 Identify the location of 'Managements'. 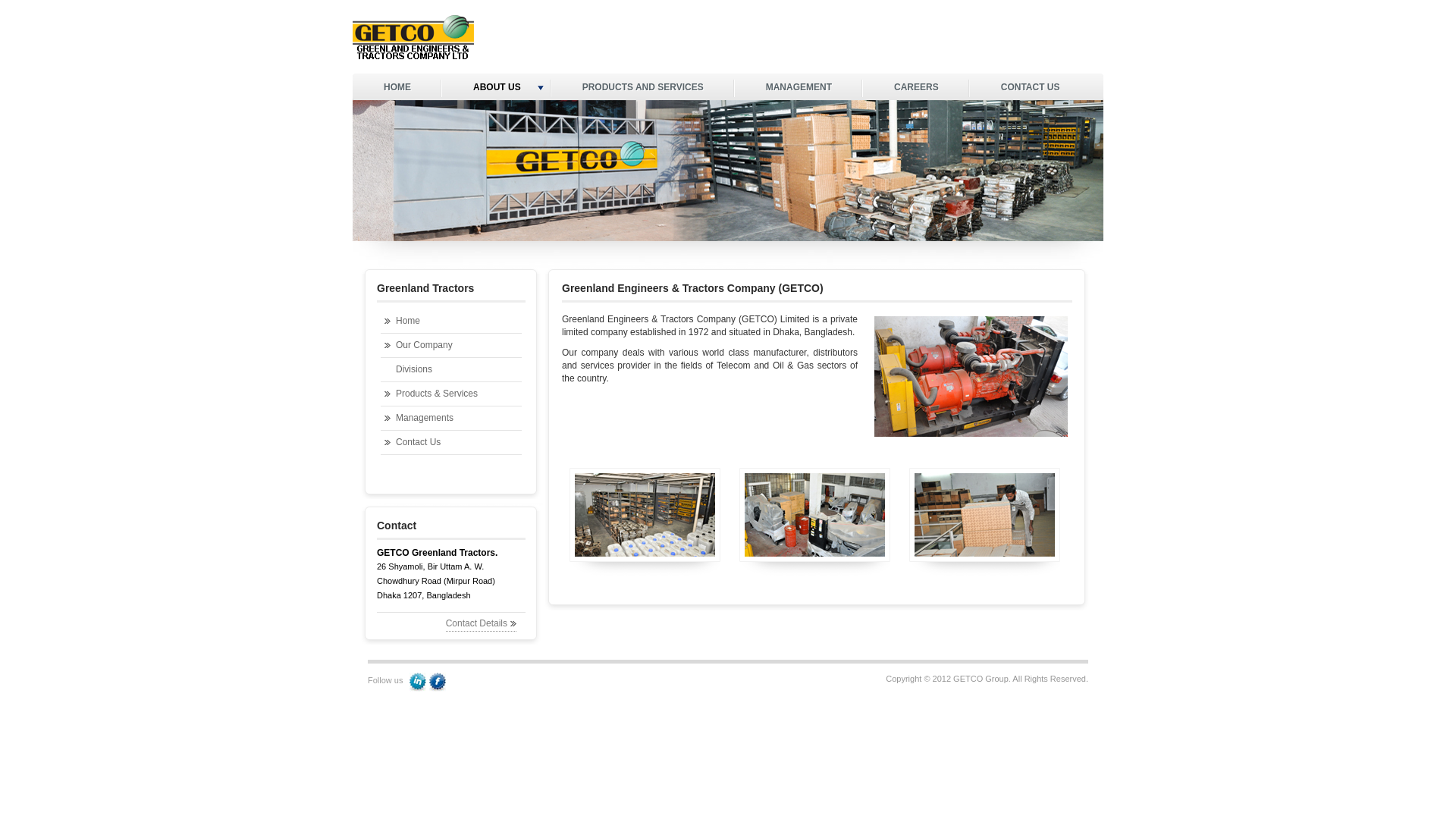
(450, 418).